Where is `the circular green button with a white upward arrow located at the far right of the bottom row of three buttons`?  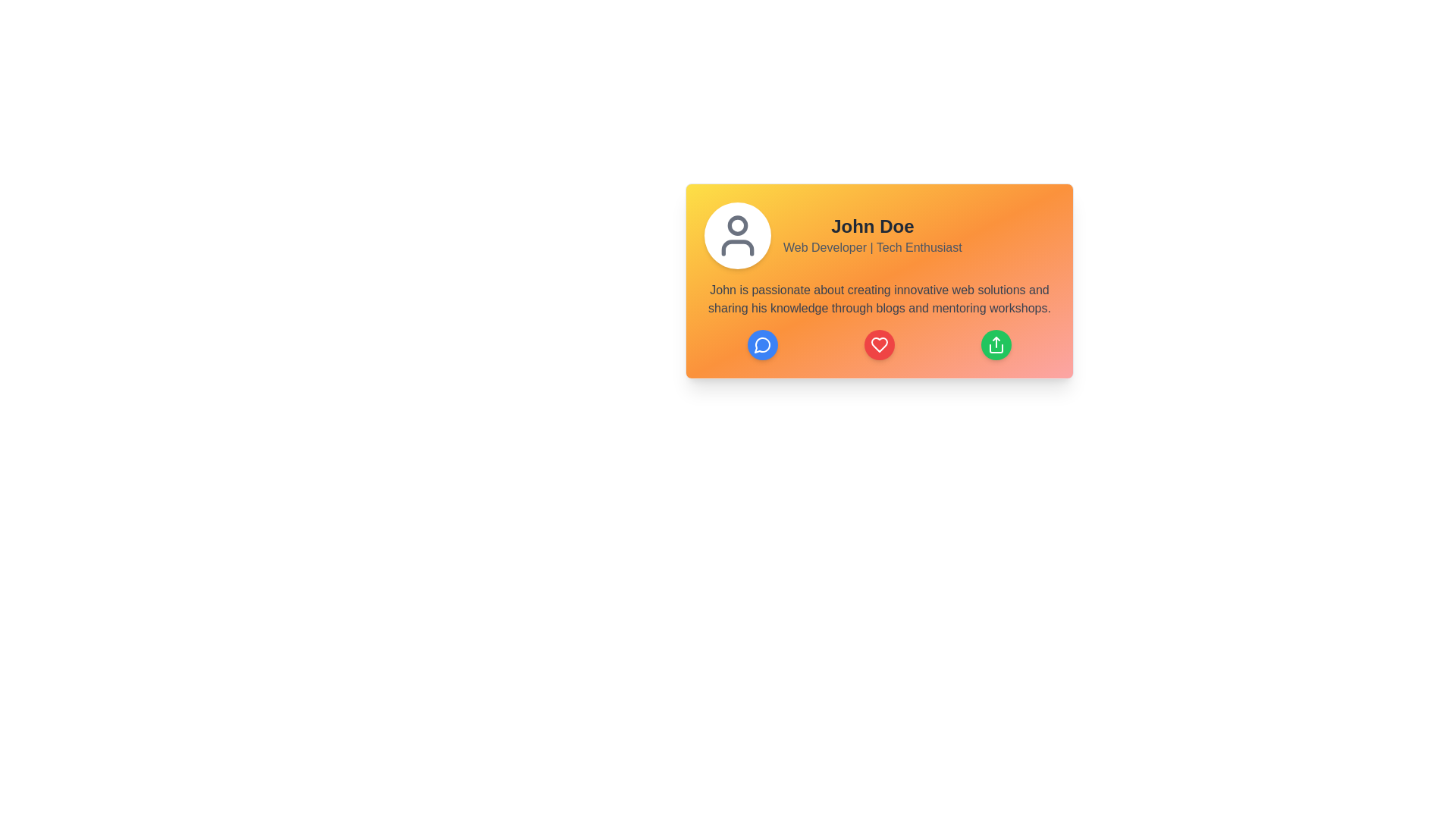 the circular green button with a white upward arrow located at the far right of the bottom row of three buttons is located at coordinates (996, 345).